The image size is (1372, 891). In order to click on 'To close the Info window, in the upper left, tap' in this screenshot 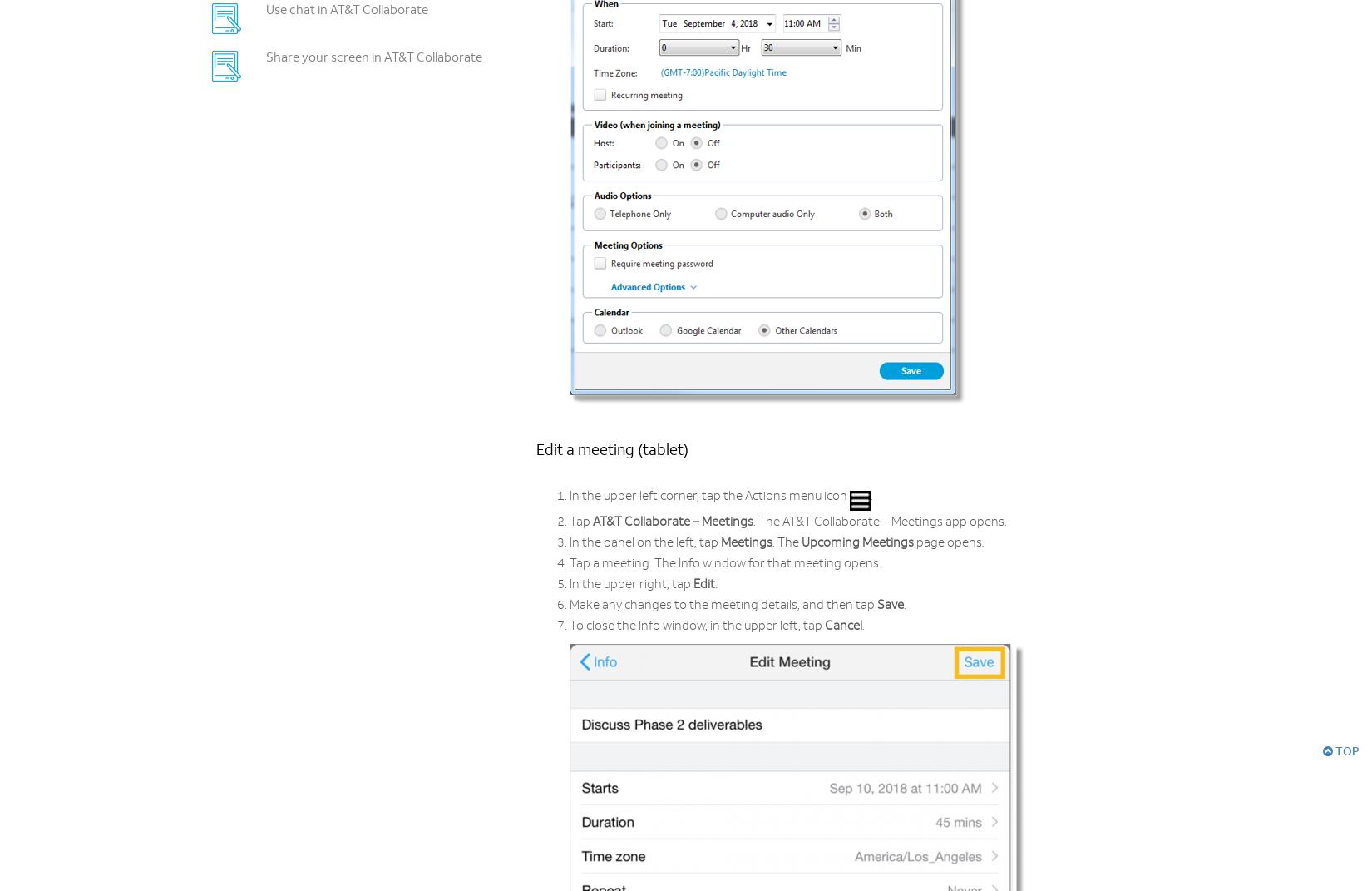, I will do `click(697, 626)`.